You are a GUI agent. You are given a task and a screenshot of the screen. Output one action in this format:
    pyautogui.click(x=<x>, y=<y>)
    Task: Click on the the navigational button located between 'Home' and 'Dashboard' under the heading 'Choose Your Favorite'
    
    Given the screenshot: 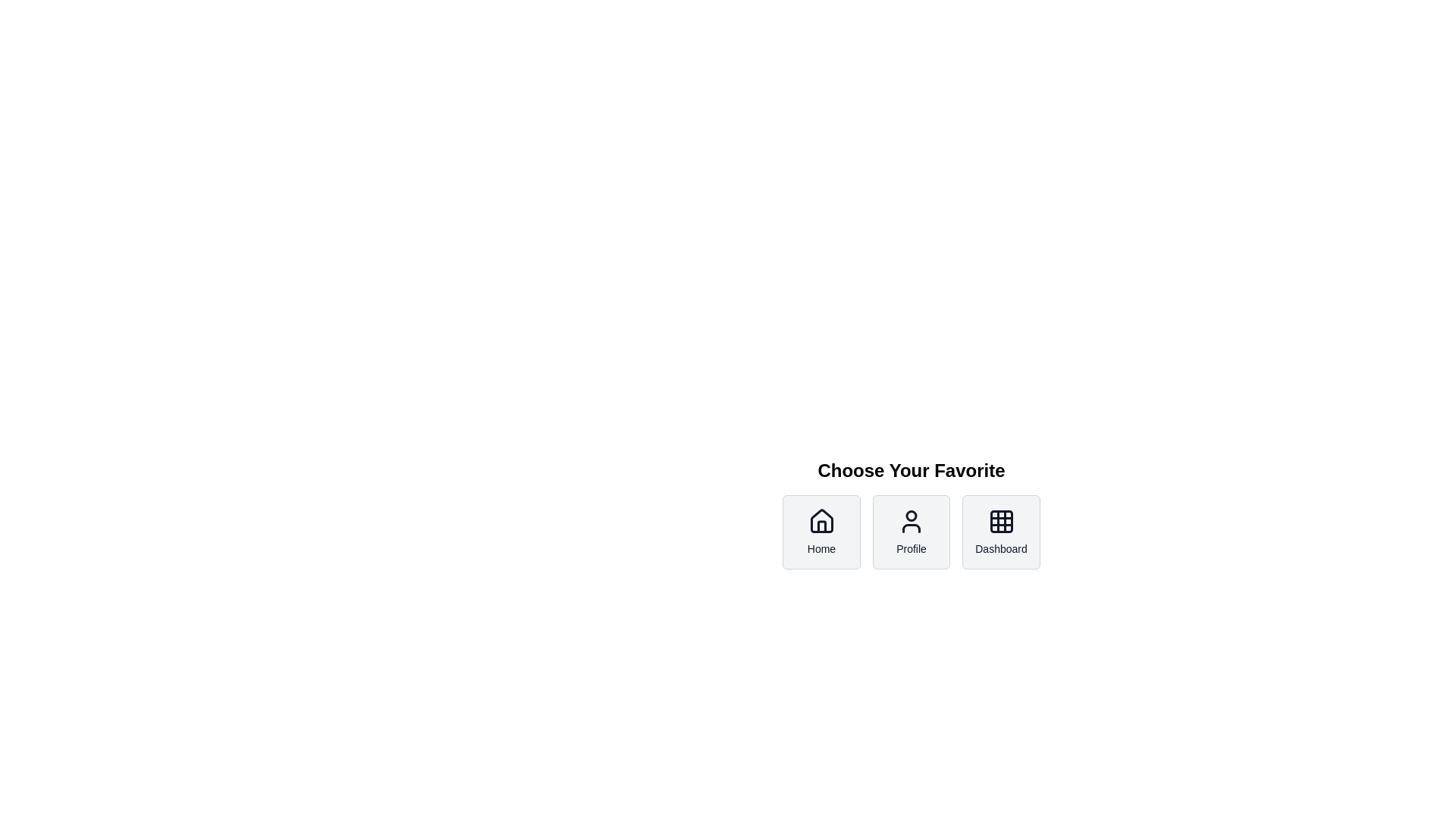 What is the action you would take?
    pyautogui.click(x=910, y=532)
    